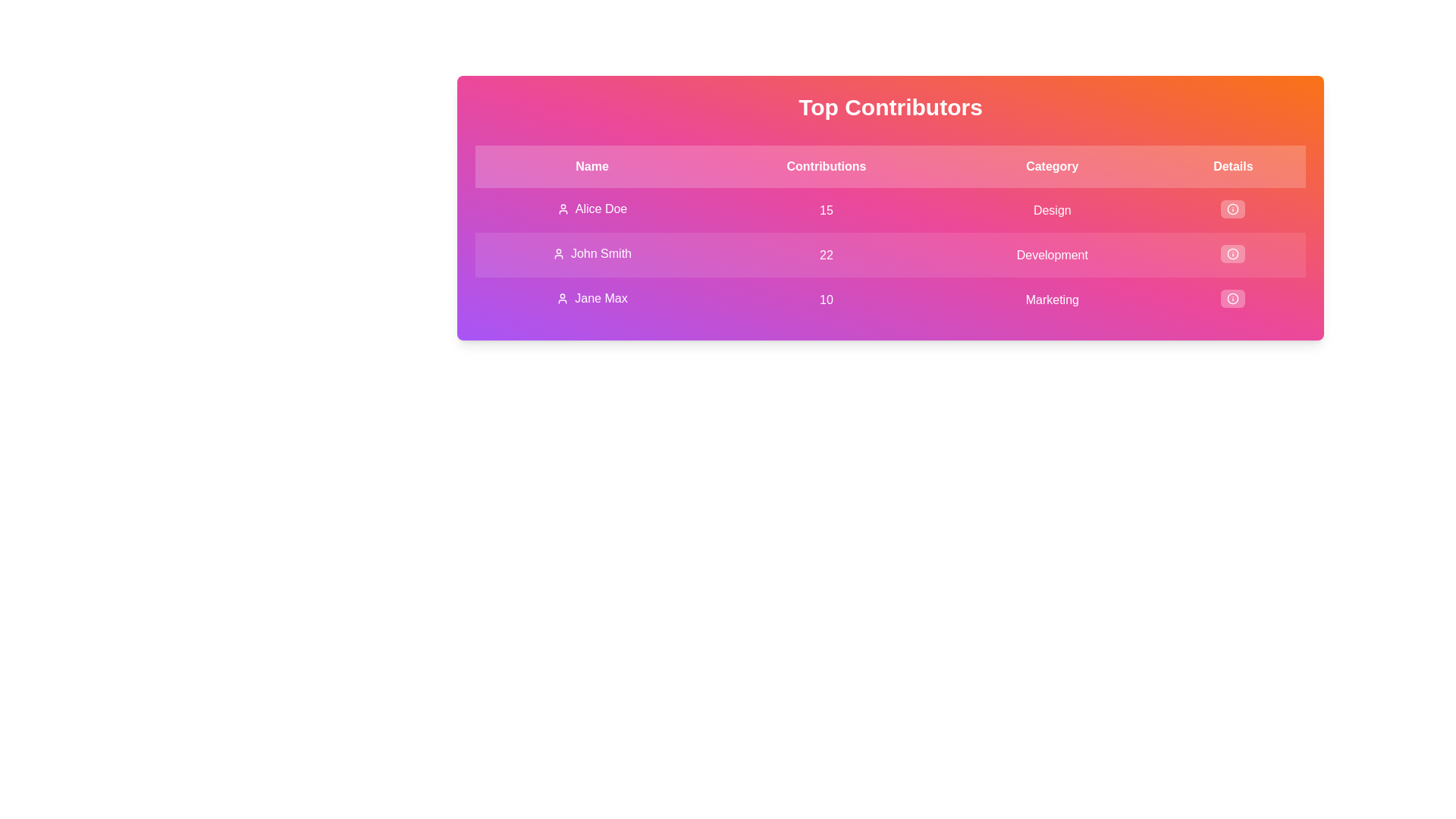  What do you see at coordinates (1233, 298) in the screenshot?
I see `the rounded button with a semi-transparent white background in the 'Details' column of the third row` at bounding box center [1233, 298].